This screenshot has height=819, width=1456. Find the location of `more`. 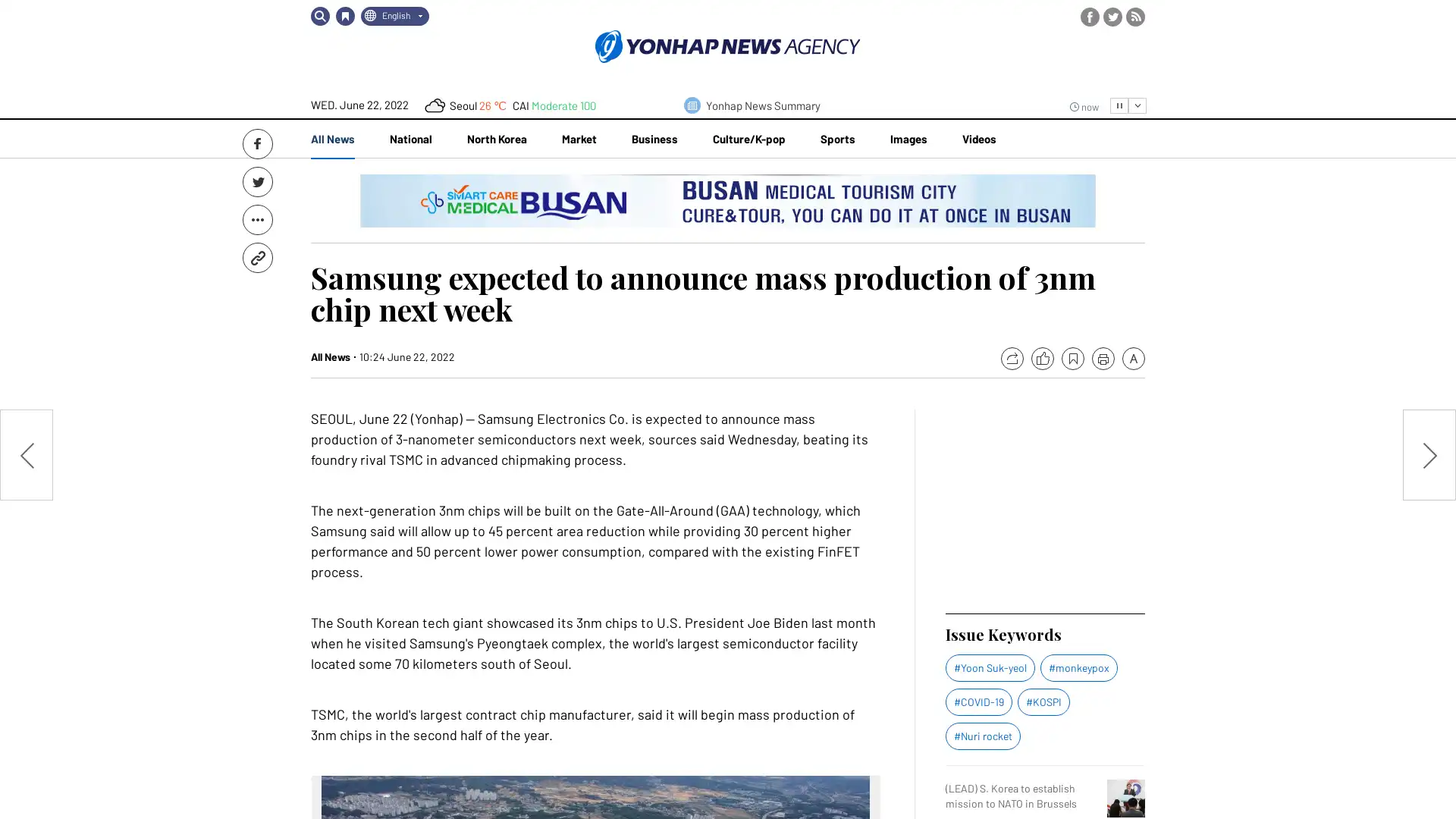

more is located at coordinates (1137, 105).